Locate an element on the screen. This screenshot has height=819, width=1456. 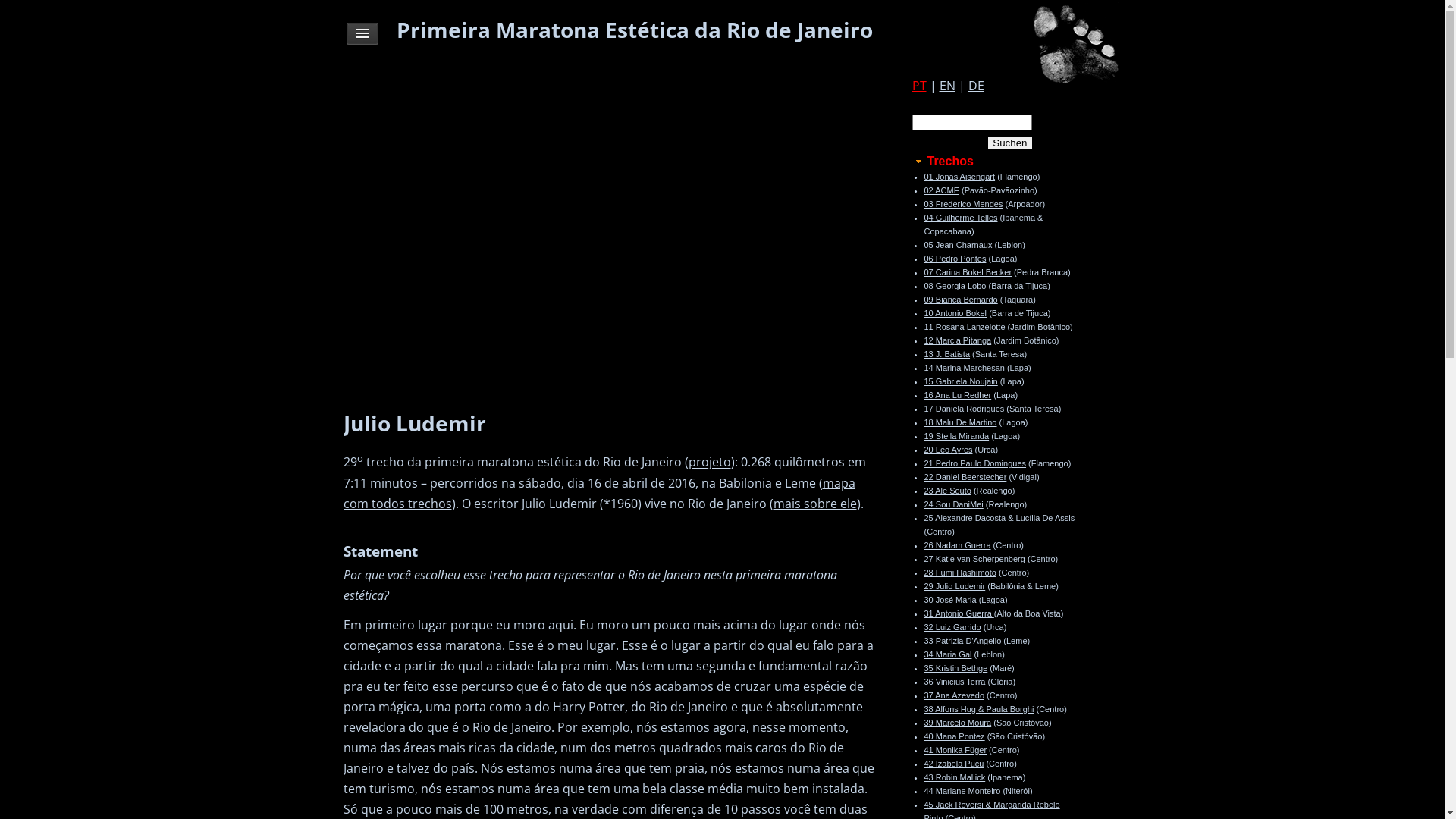
'39 Marcelo Moura' is located at coordinates (956, 721).